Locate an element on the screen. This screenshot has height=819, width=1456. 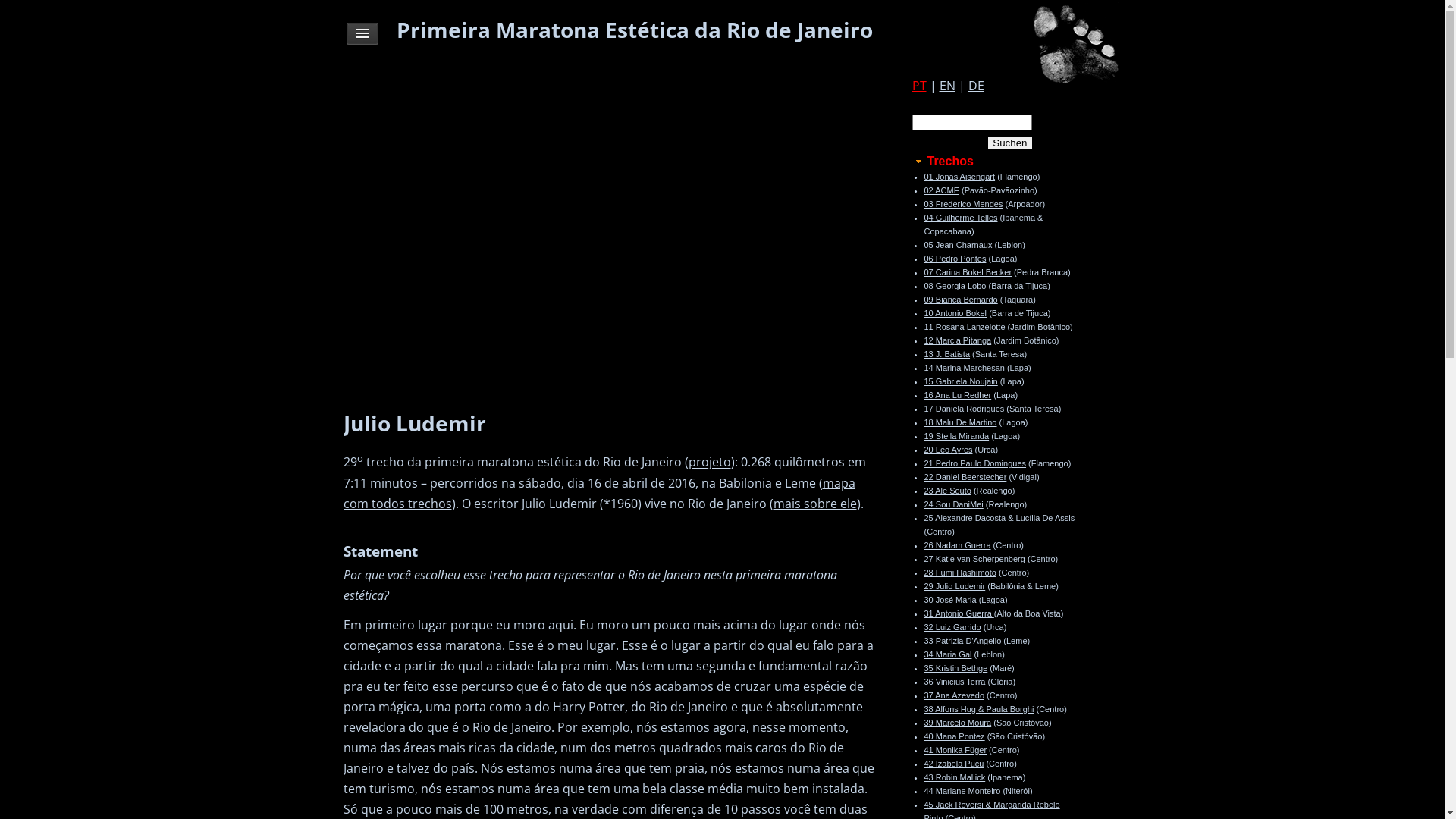
'39 Marcelo Moura' is located at coordinates (956, 721).